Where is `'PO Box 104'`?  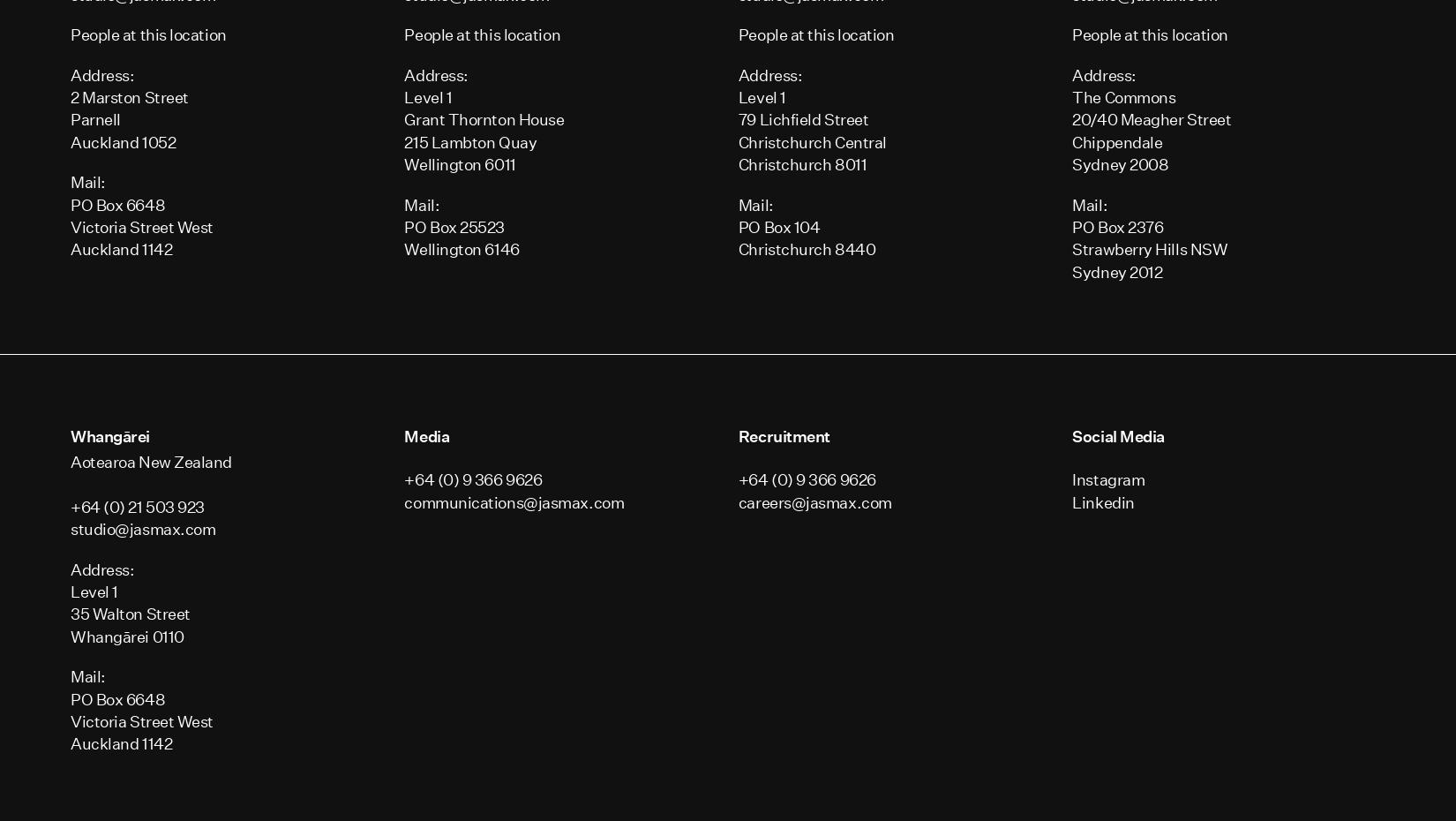 'PO Box 104' is located at coordinates (778, 226).